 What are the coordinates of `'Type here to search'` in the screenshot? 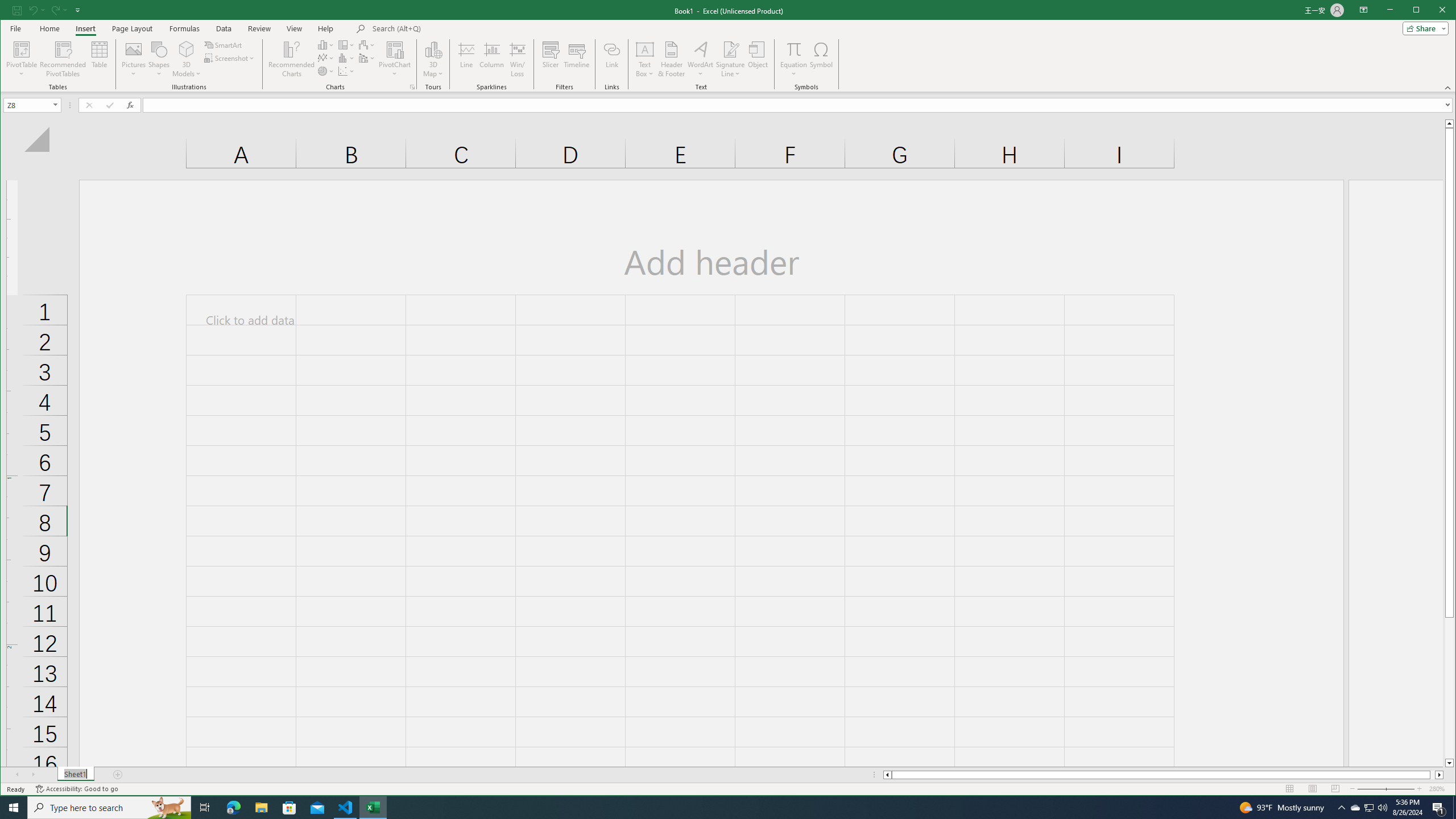 It's located at (109, 806).